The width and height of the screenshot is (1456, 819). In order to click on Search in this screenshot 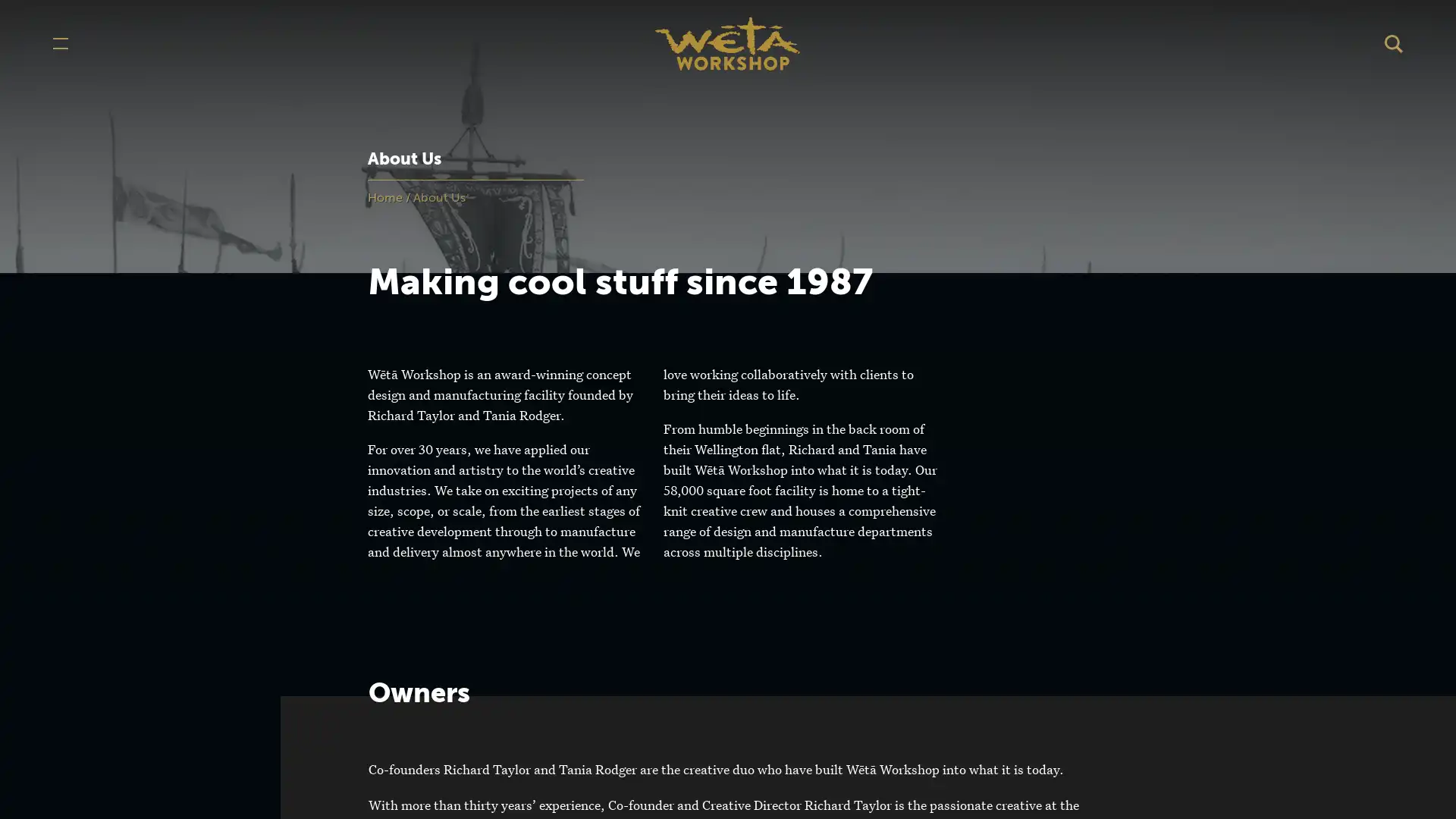, I will do `click(1394, 42)`.